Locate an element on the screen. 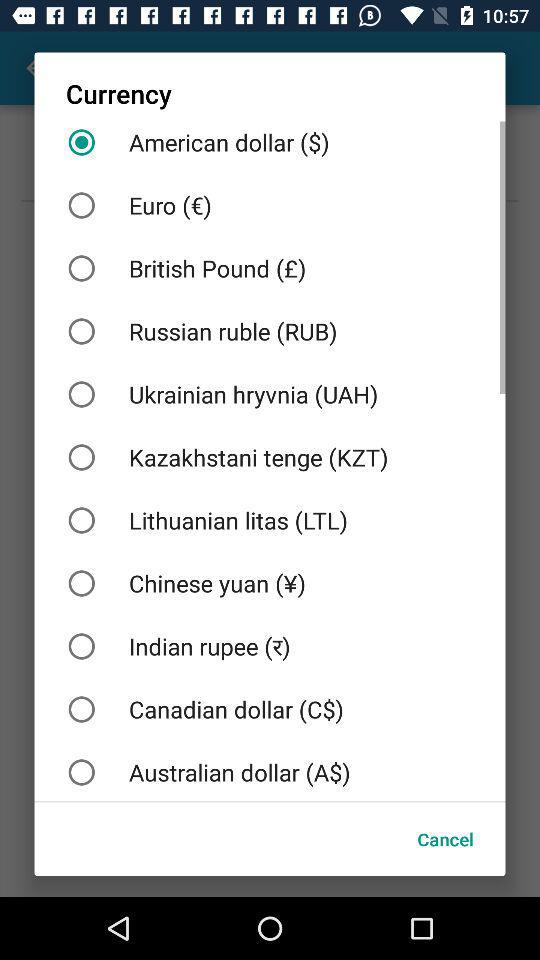  item below australian dollar (a$) item is located at coordinates (445, 839).